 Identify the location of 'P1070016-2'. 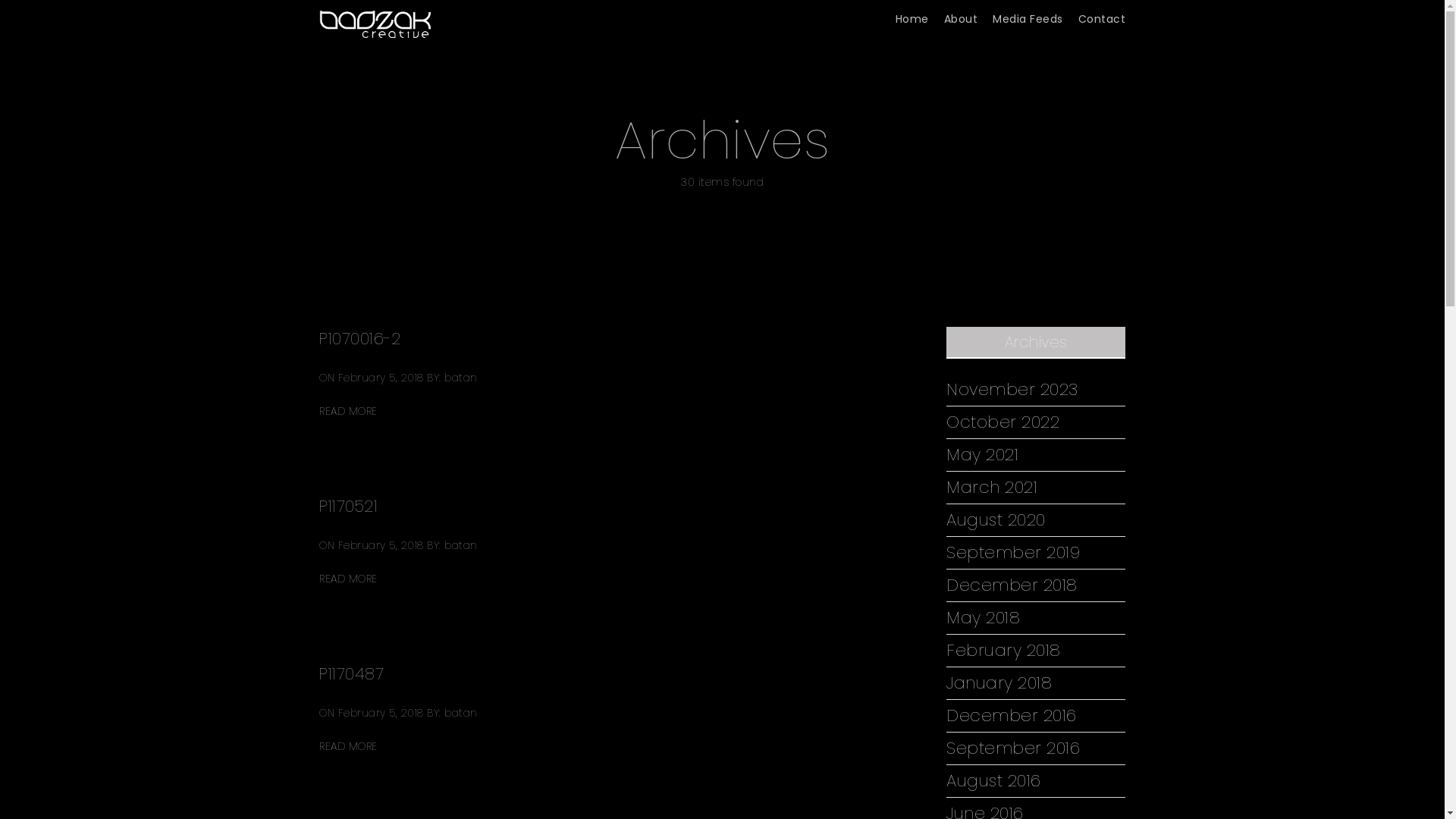
(359, 337).